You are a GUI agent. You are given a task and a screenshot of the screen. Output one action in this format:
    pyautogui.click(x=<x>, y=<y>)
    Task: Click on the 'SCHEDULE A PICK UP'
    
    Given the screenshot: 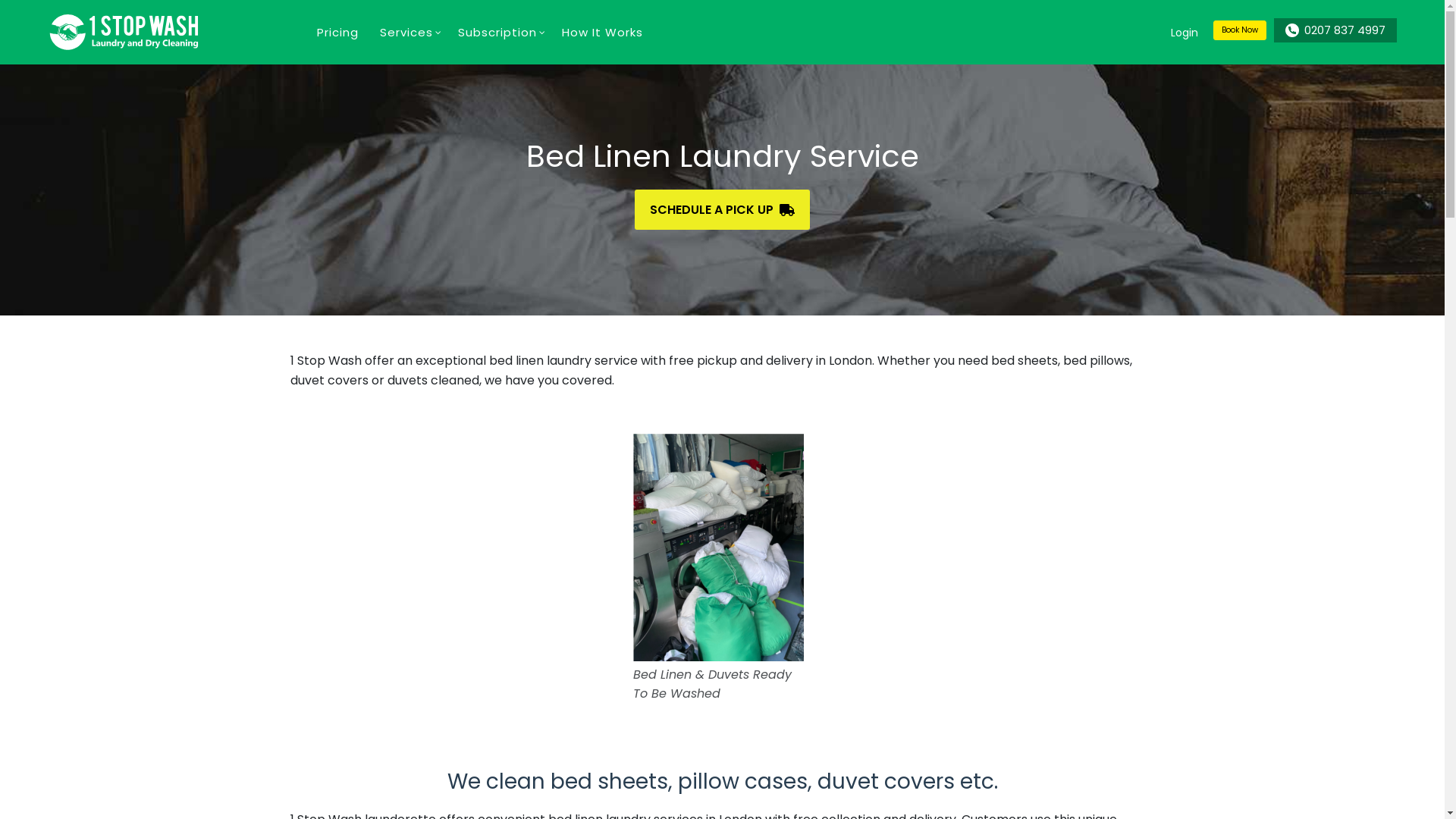 What is the action you would take?
    pyautogui.click(x=721, y=209)
    